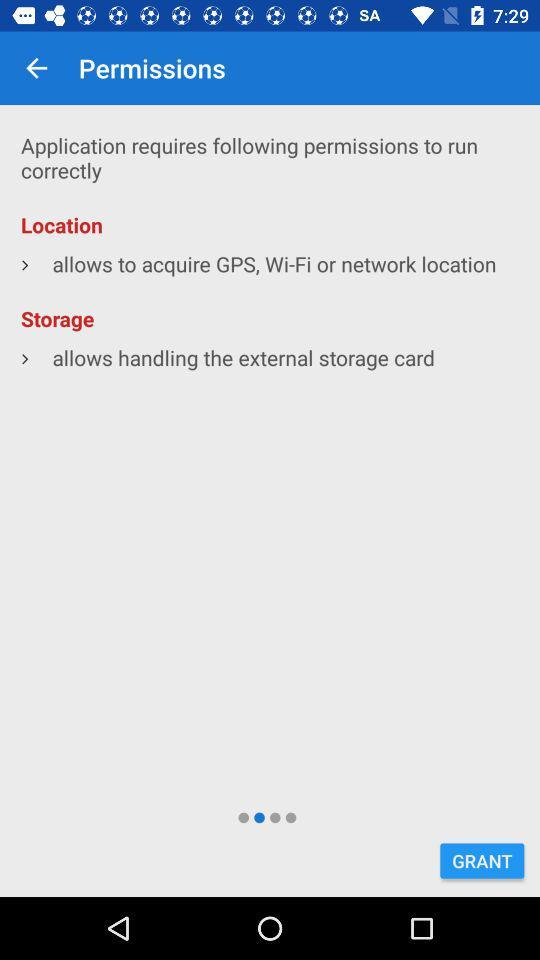 This screenshot has width=540, height=960. What do you see at coordinates (36, 68) in the screenshot?
I see `app above application requires following icon` at bounding box center [36, 68].